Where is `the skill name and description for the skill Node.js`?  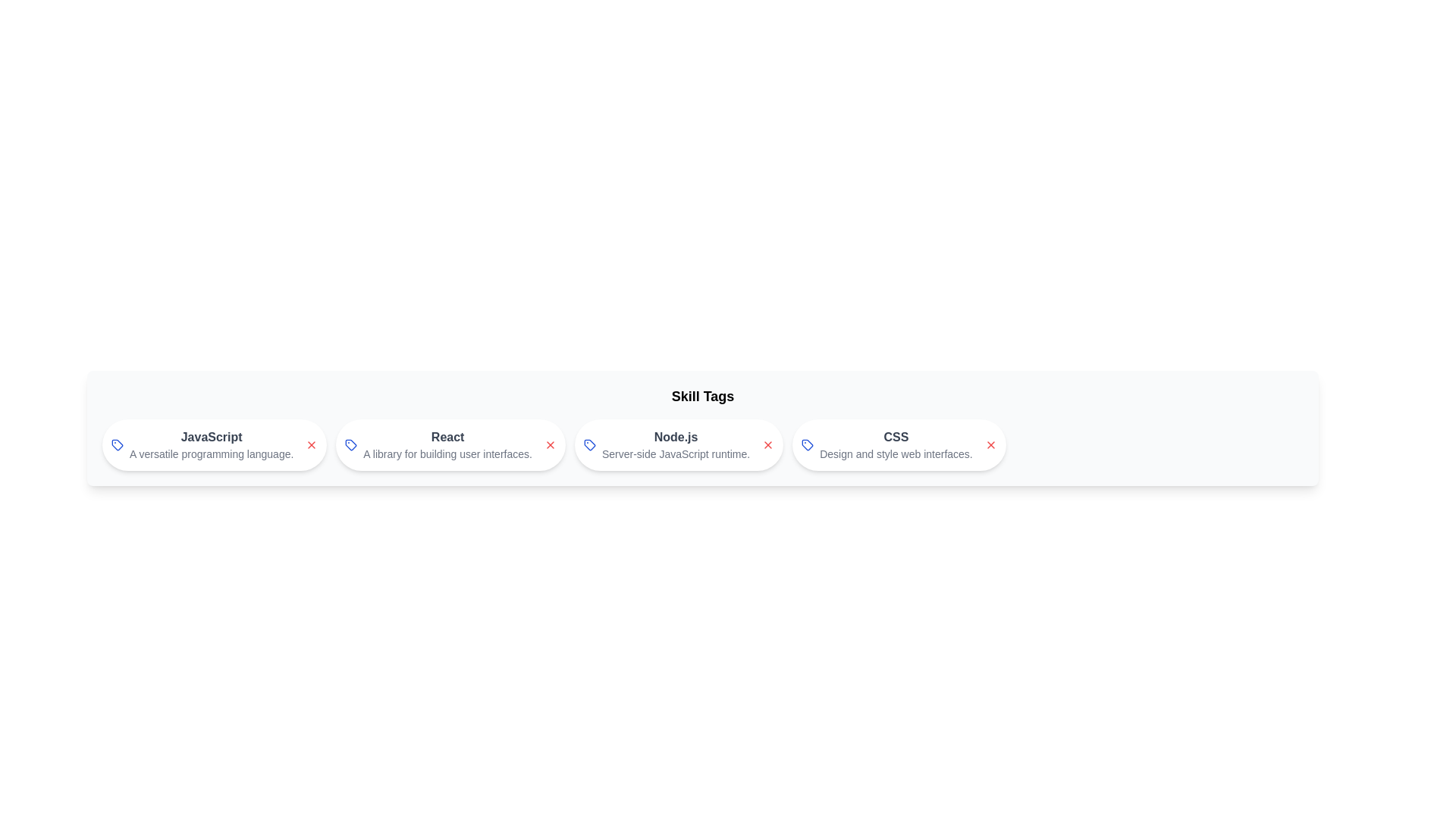
the skill name and description for the skill Node.js is located at coordinates (675, 438).